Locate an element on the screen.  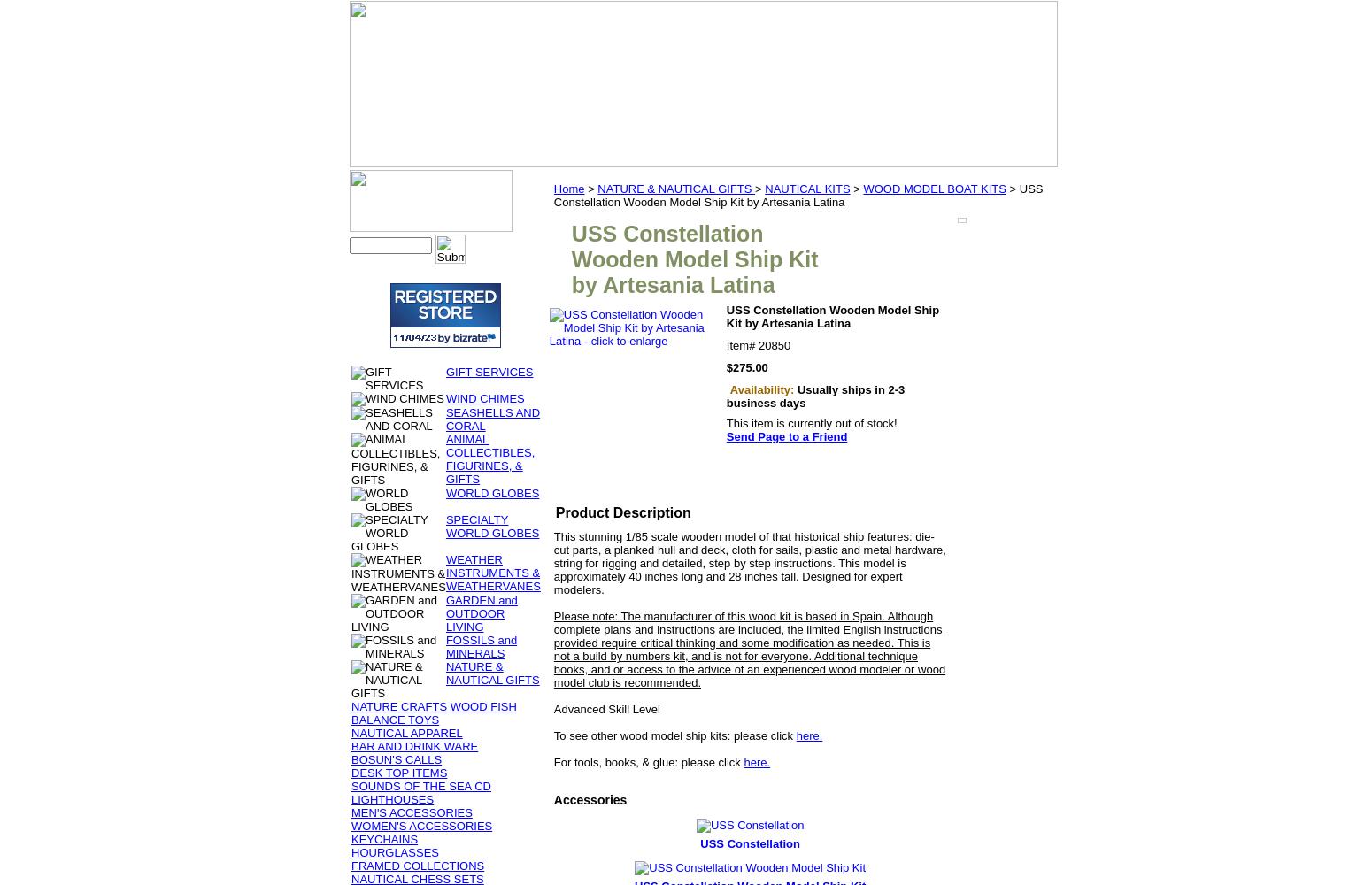
'NATURE CRAFTS WOOD FISH' is located at coordinates (432, 706).